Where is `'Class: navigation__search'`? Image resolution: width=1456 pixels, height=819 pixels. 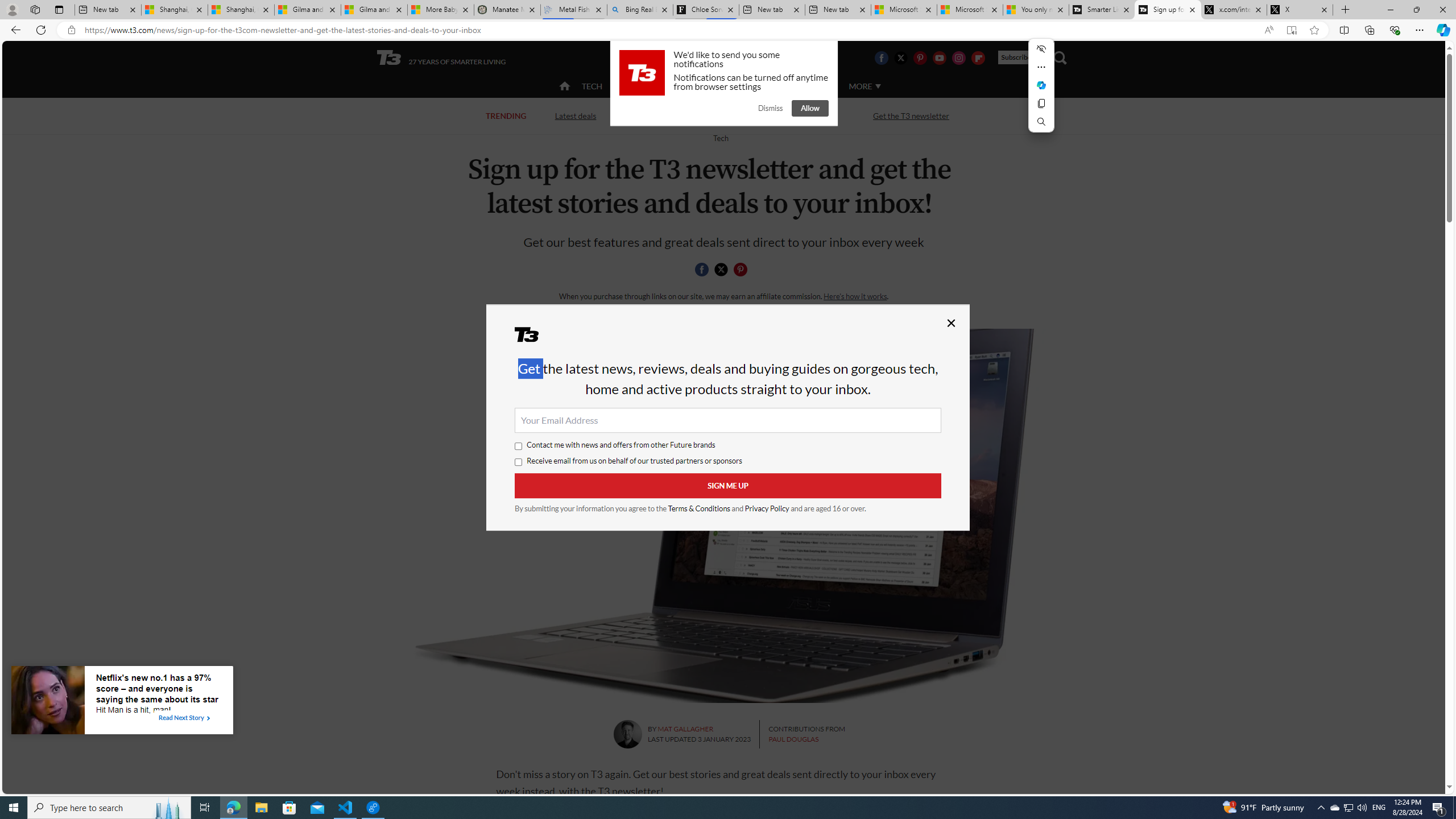
'Class: navigation__search' is located at coordinates (1059, 57).